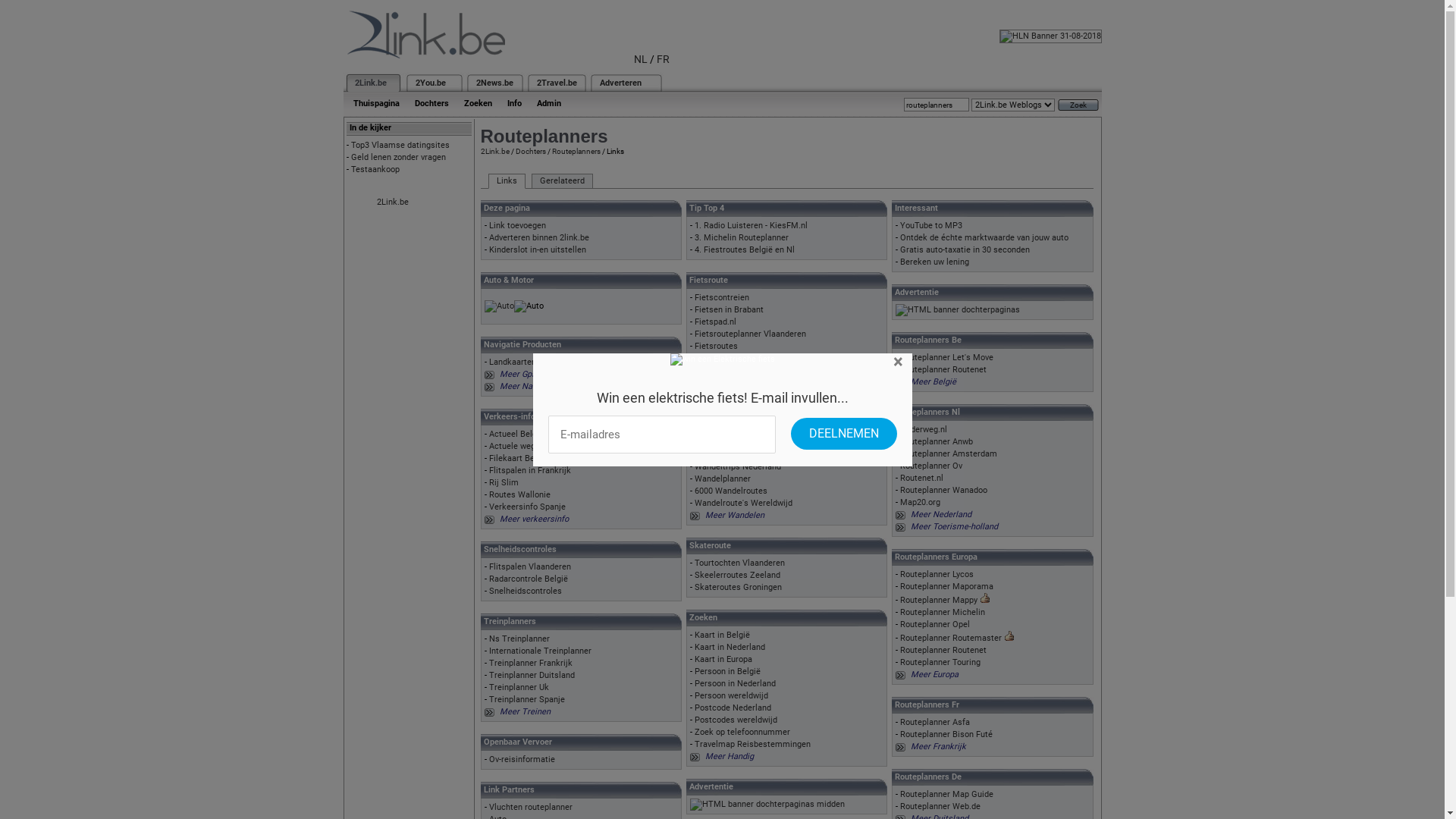  Describe the element at coordinates (733, 708) in the screenshot. I see `'Postcode Nederland'` at that location.